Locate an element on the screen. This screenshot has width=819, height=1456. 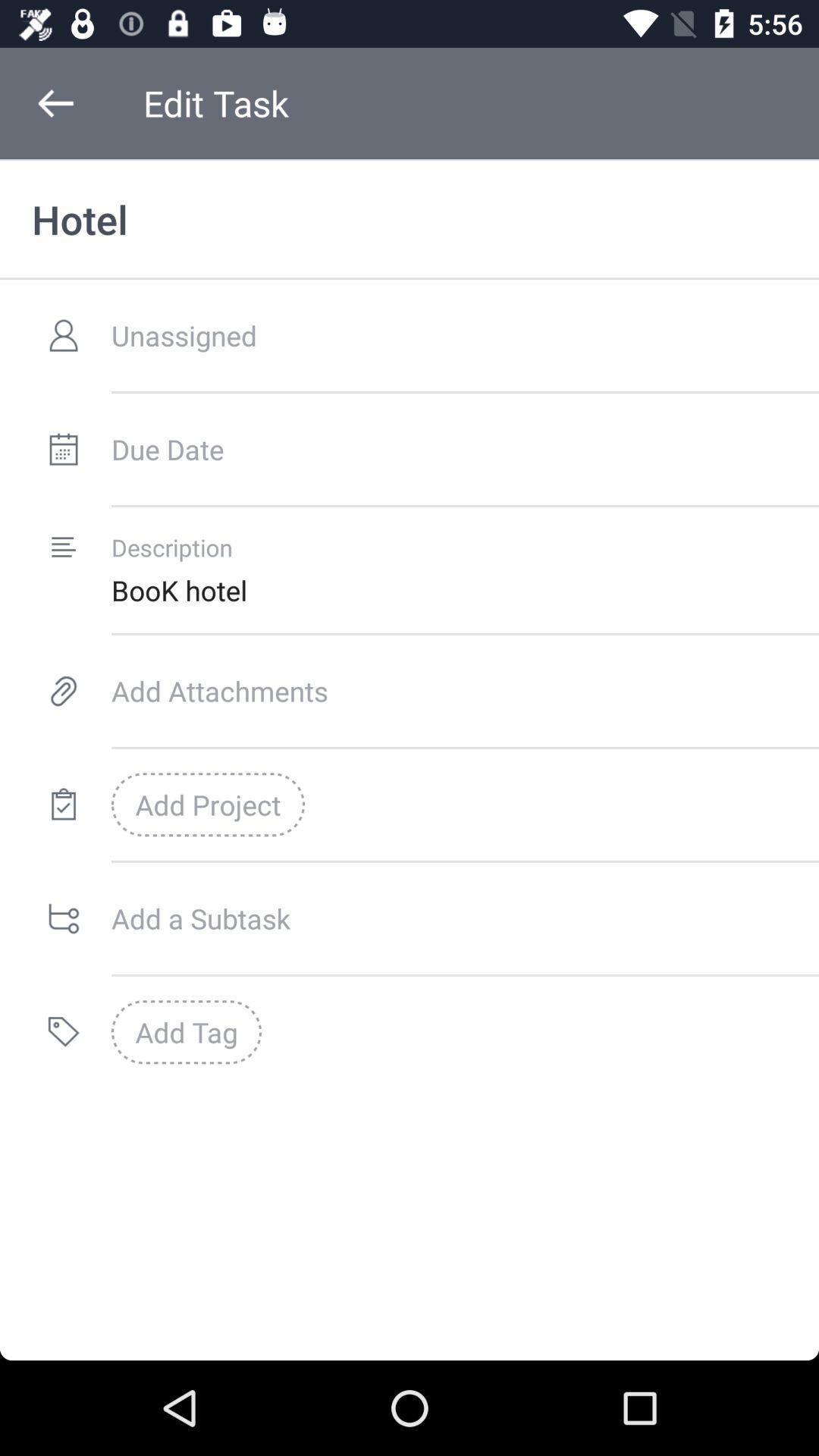
the icon above add project is located at coordinates (464, 690).